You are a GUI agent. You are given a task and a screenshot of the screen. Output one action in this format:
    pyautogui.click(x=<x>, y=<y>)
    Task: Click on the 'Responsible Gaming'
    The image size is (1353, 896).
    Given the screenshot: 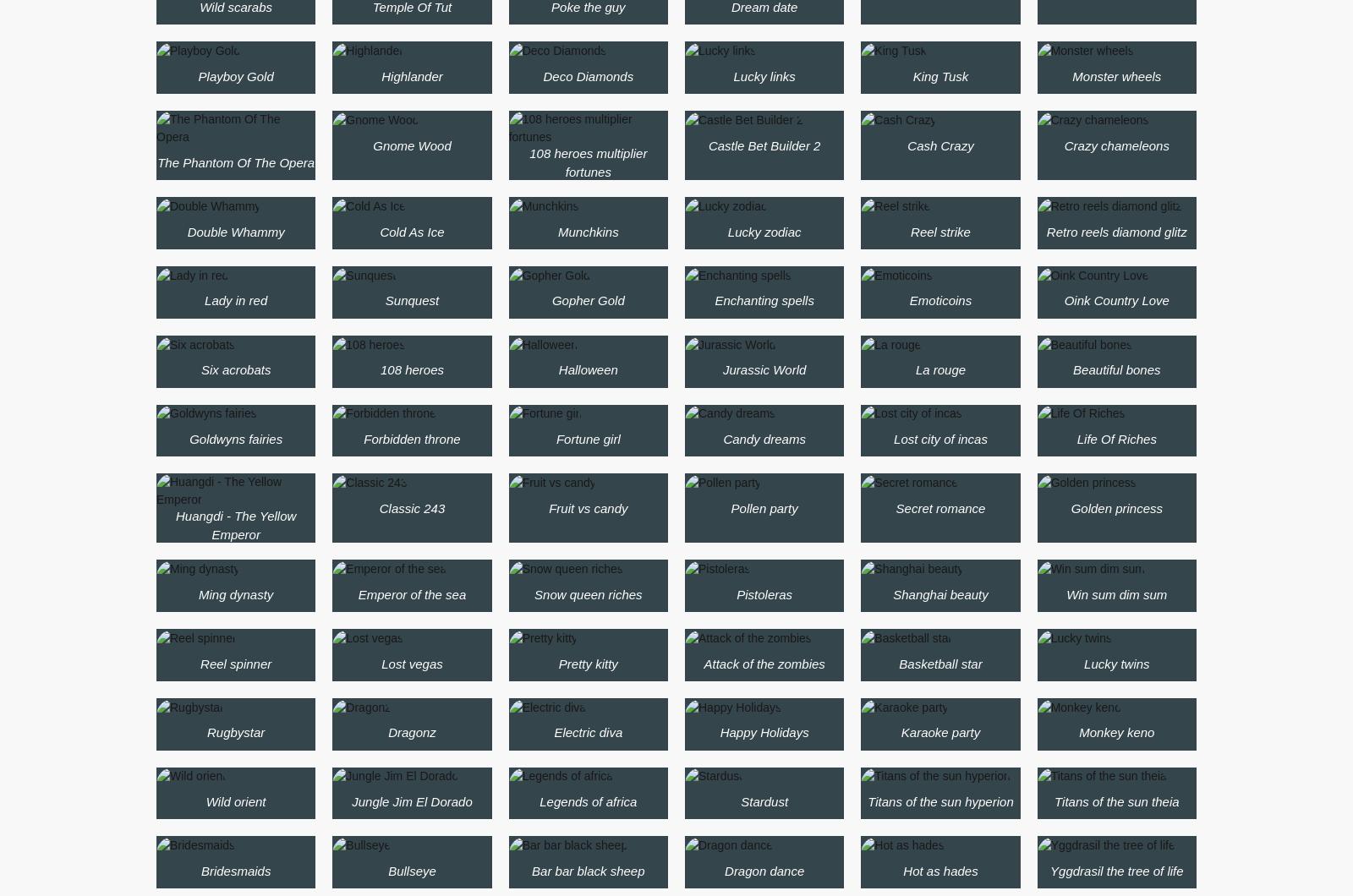 What is the action you would take?
    pyautogui.click(x=519, y=211)
    